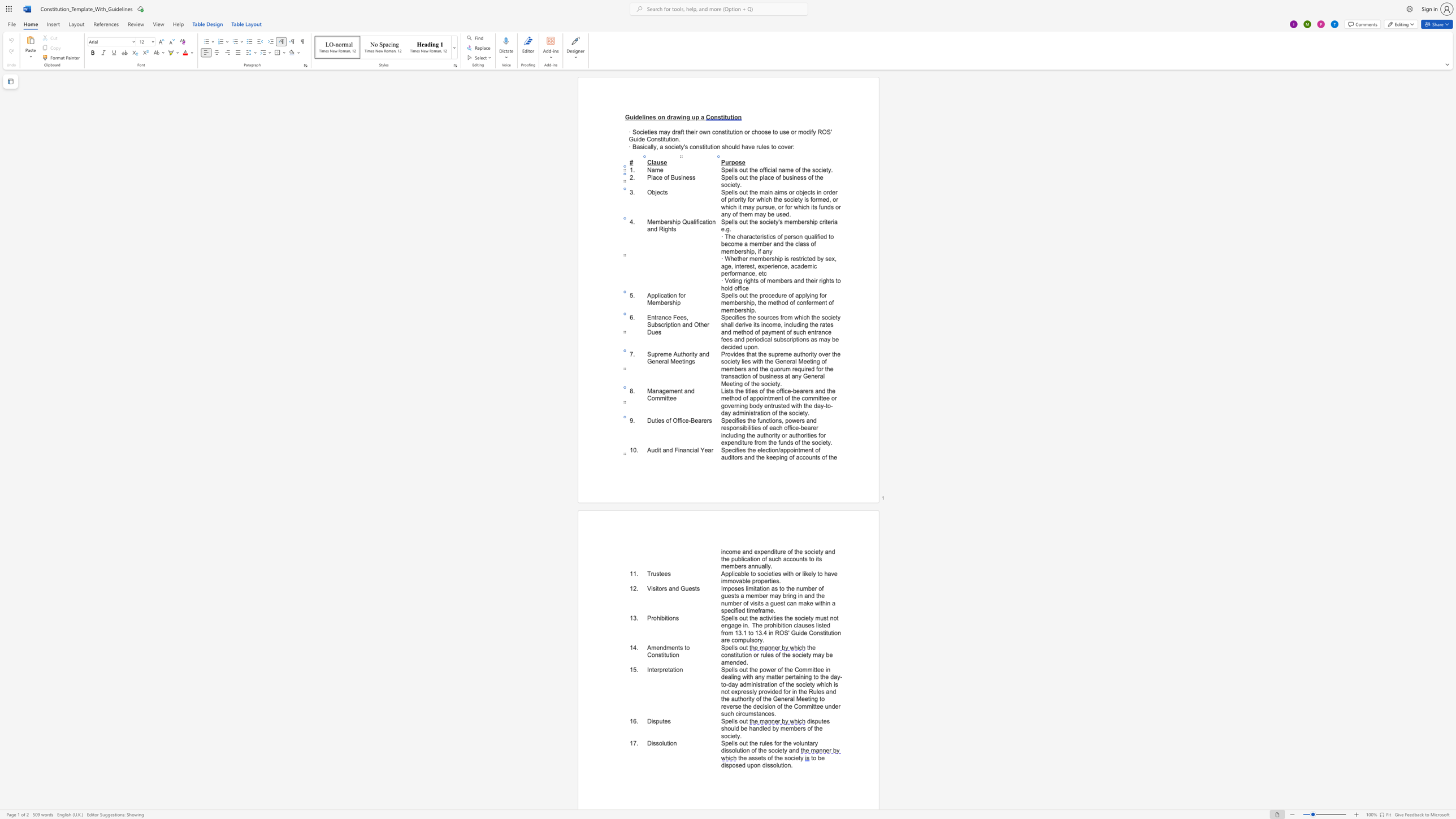  What do you see at coordinates (730, 603) in the screenshot?
I see `the 7th character "m" in the text` at bounding box center [730, 603].